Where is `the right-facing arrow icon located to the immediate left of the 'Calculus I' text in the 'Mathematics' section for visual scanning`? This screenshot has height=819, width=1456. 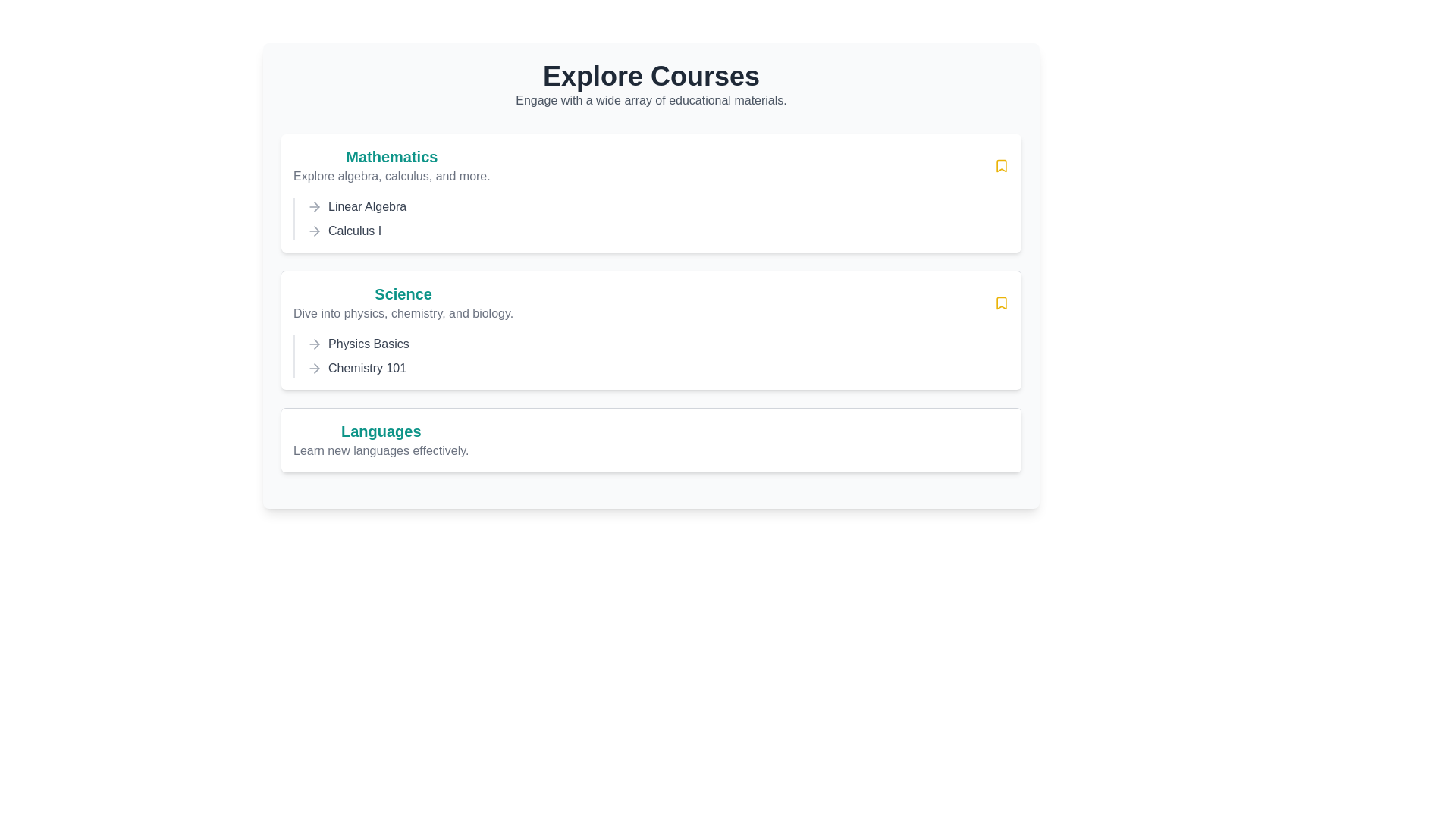
the right-facing arrow icon located to the immediate left of the 'Calculus I' text in the 'Mathematics' section for visual scanning is located at coordinates (313, 231).